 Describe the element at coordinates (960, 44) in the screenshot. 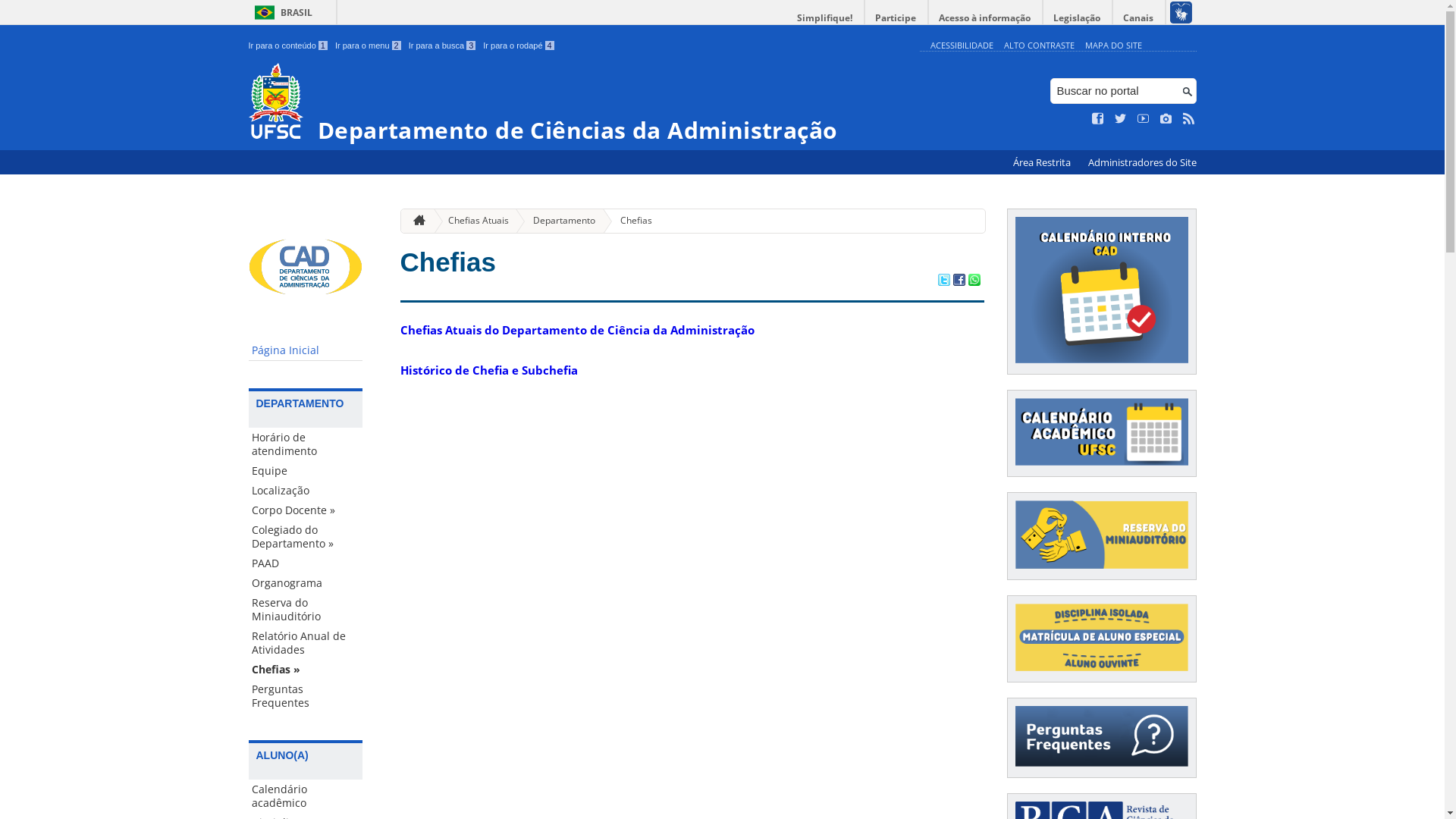

I see `'ACESSIBILIDADE'` at that location.